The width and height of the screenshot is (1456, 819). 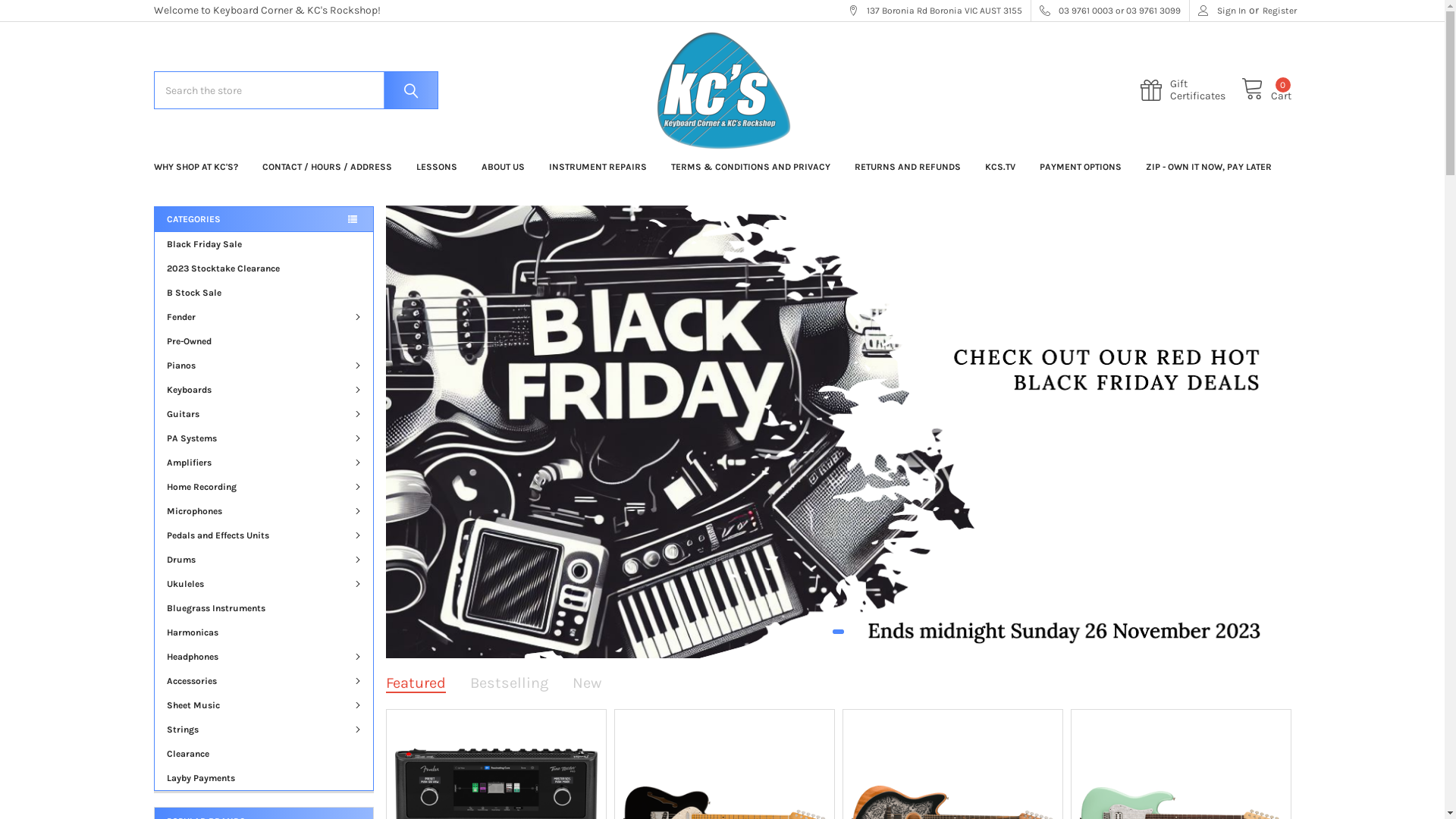 What do you see at coordinates (154, 243) in the screenshot?
I see `'Black Friday Sale'` at bounding box center [154, 243].